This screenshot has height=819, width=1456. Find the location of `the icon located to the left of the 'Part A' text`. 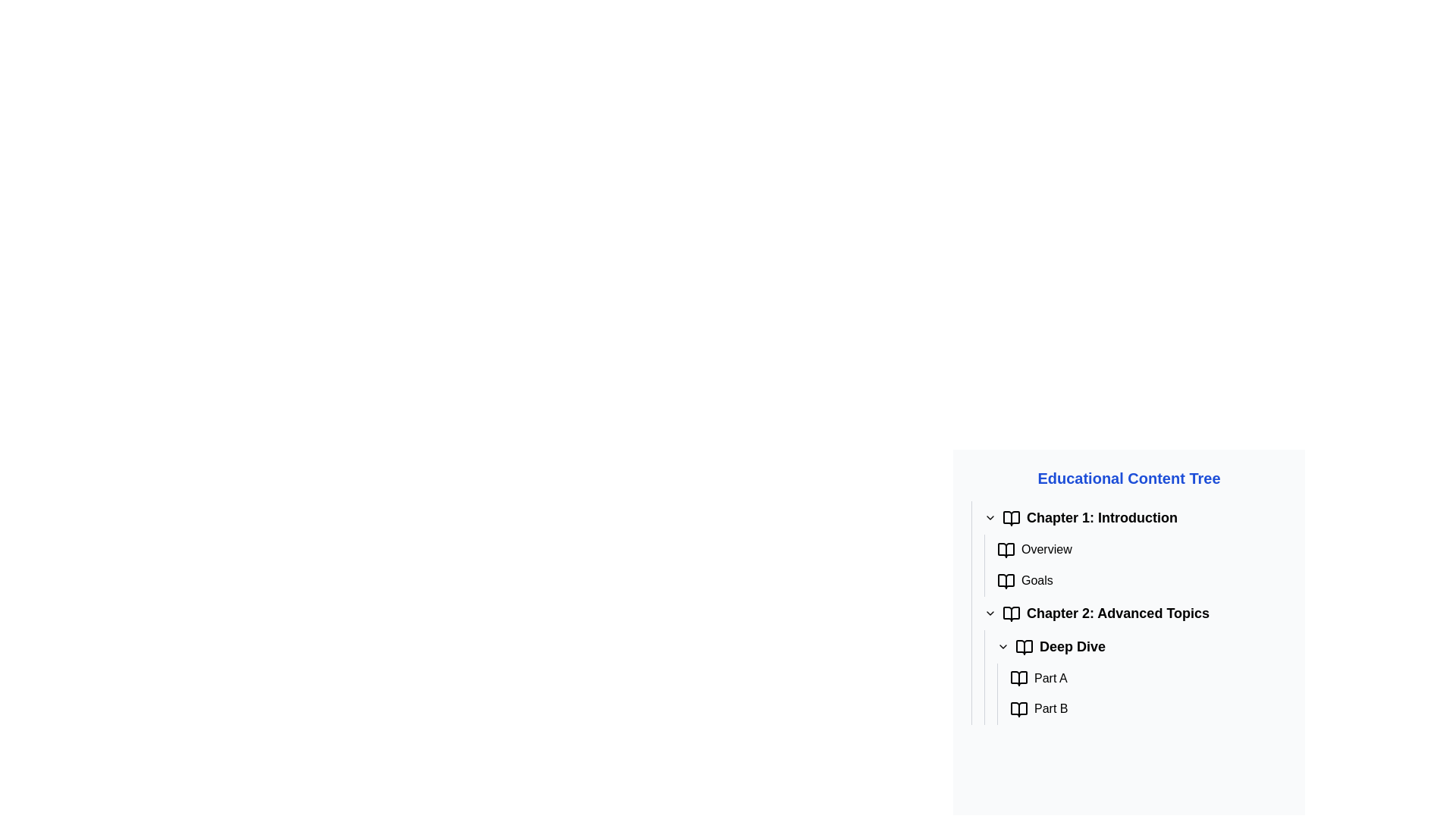

the icon located to the left of the 'Part A' text is located at coordinates (1019, 677).